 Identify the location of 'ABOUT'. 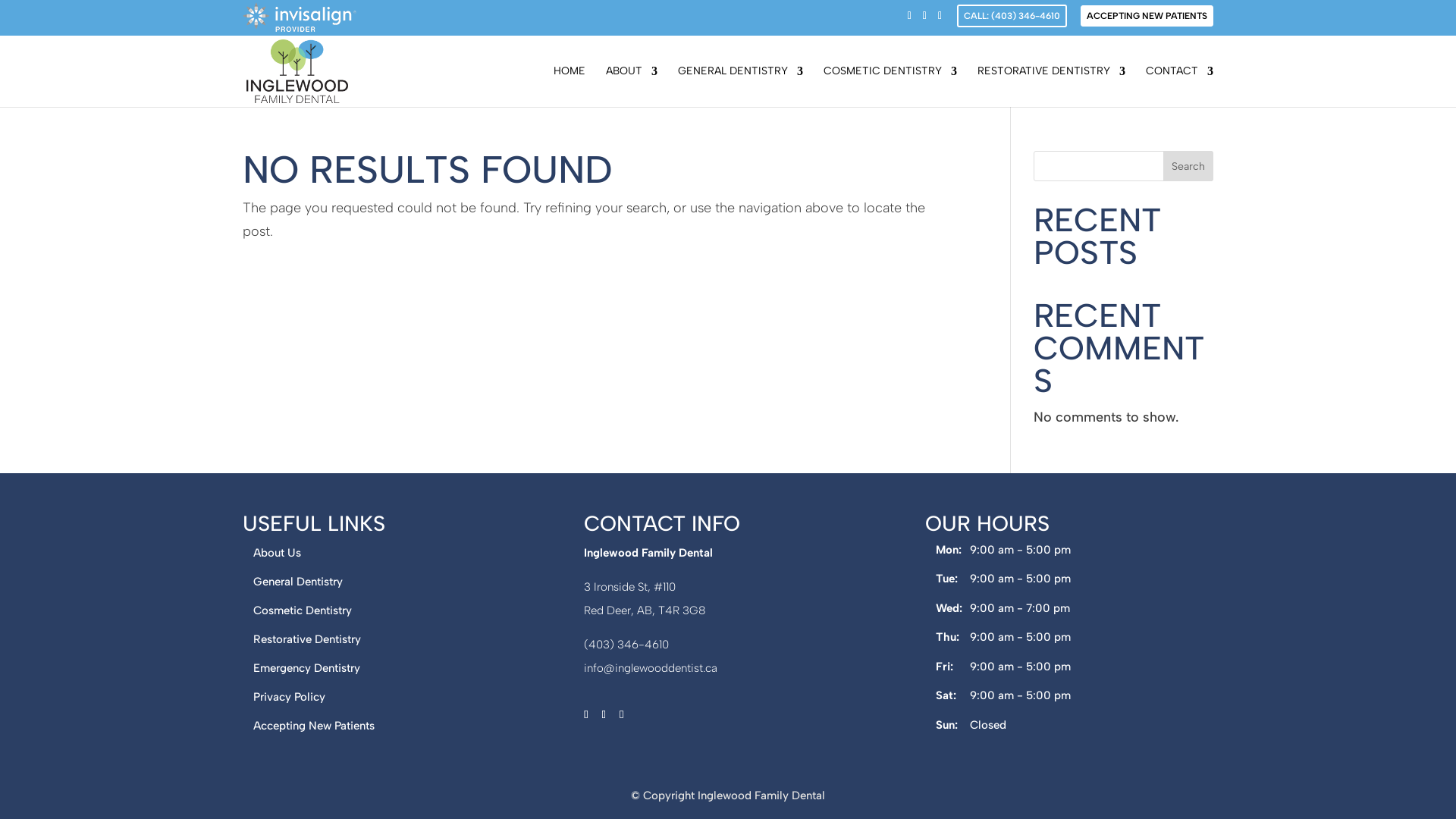
(604, 86).